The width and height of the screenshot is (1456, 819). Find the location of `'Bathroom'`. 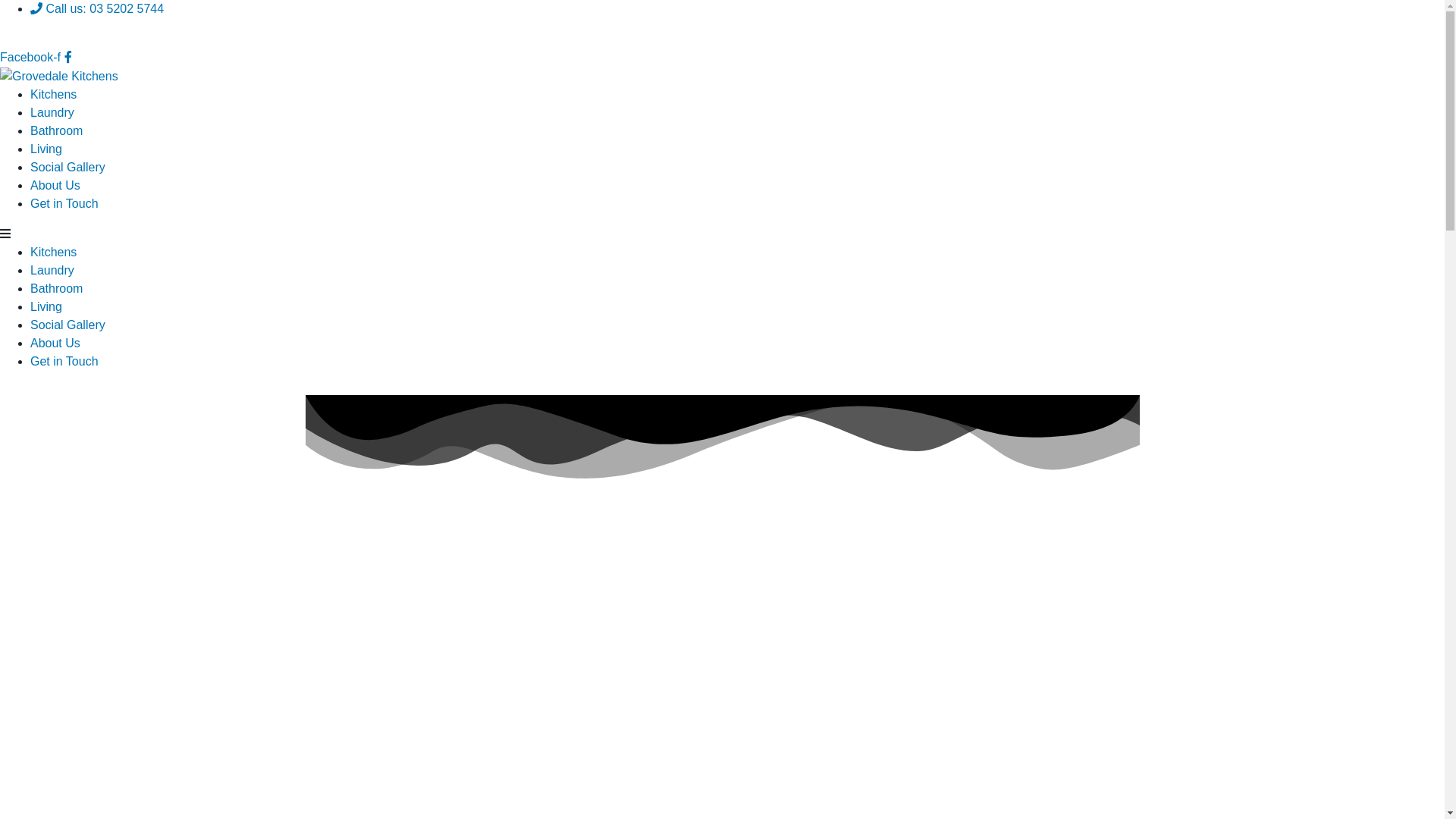

'Bathroom' is located at coordinates (56, 130).